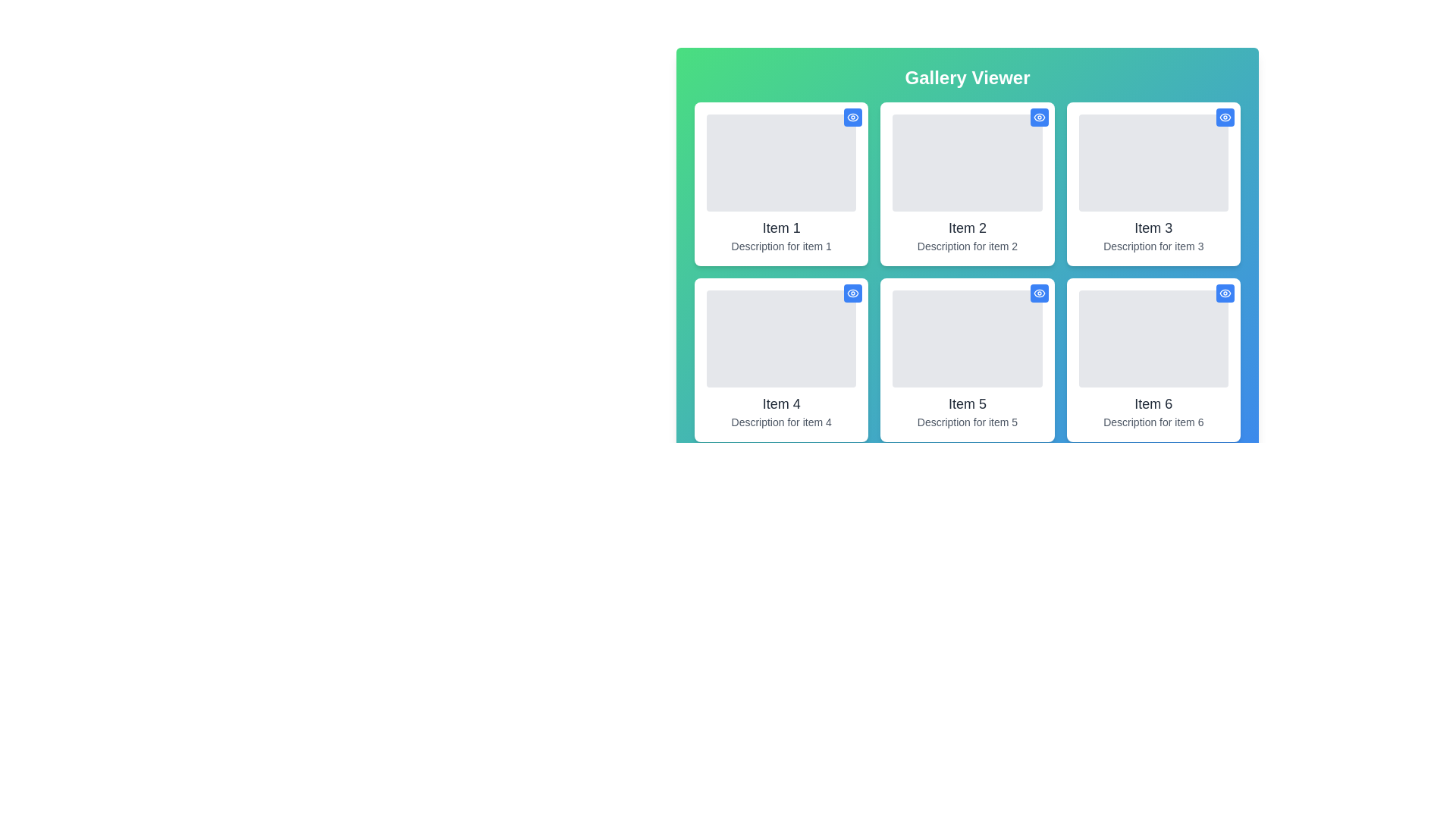 This screenshot has height=819, width=1456. Describe the element at coordinates (967, 359) in the screenshot. I see `title 'Item 5' and description 'Description for item 5' from the card element located in the second row and second column of the grid layout` at that location.